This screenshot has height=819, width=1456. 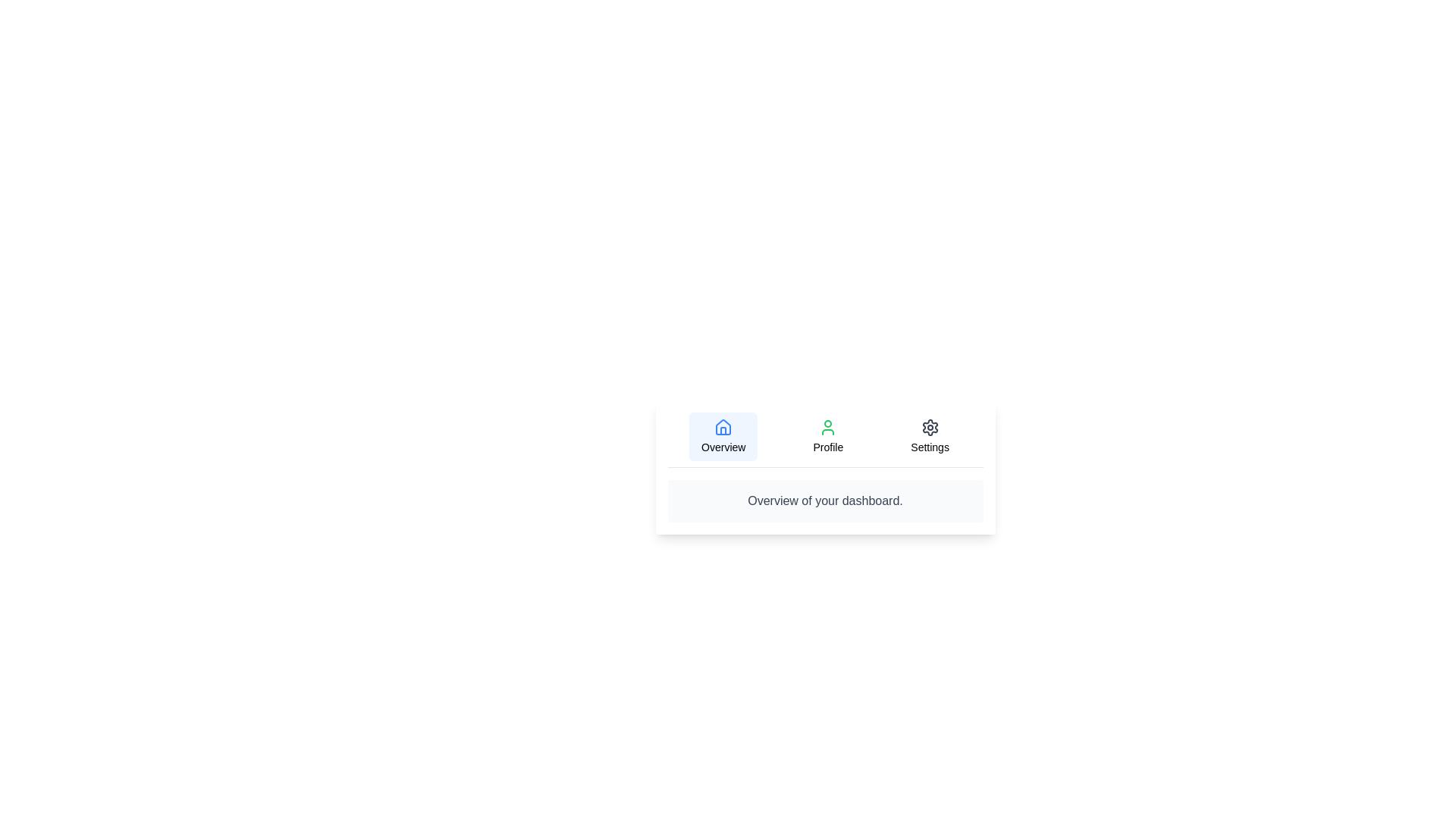 What do you see at coordinates (723, 436) in the screenshot?
I see `the text portion labeled Overview to select it` at bounding box center [723, 436].